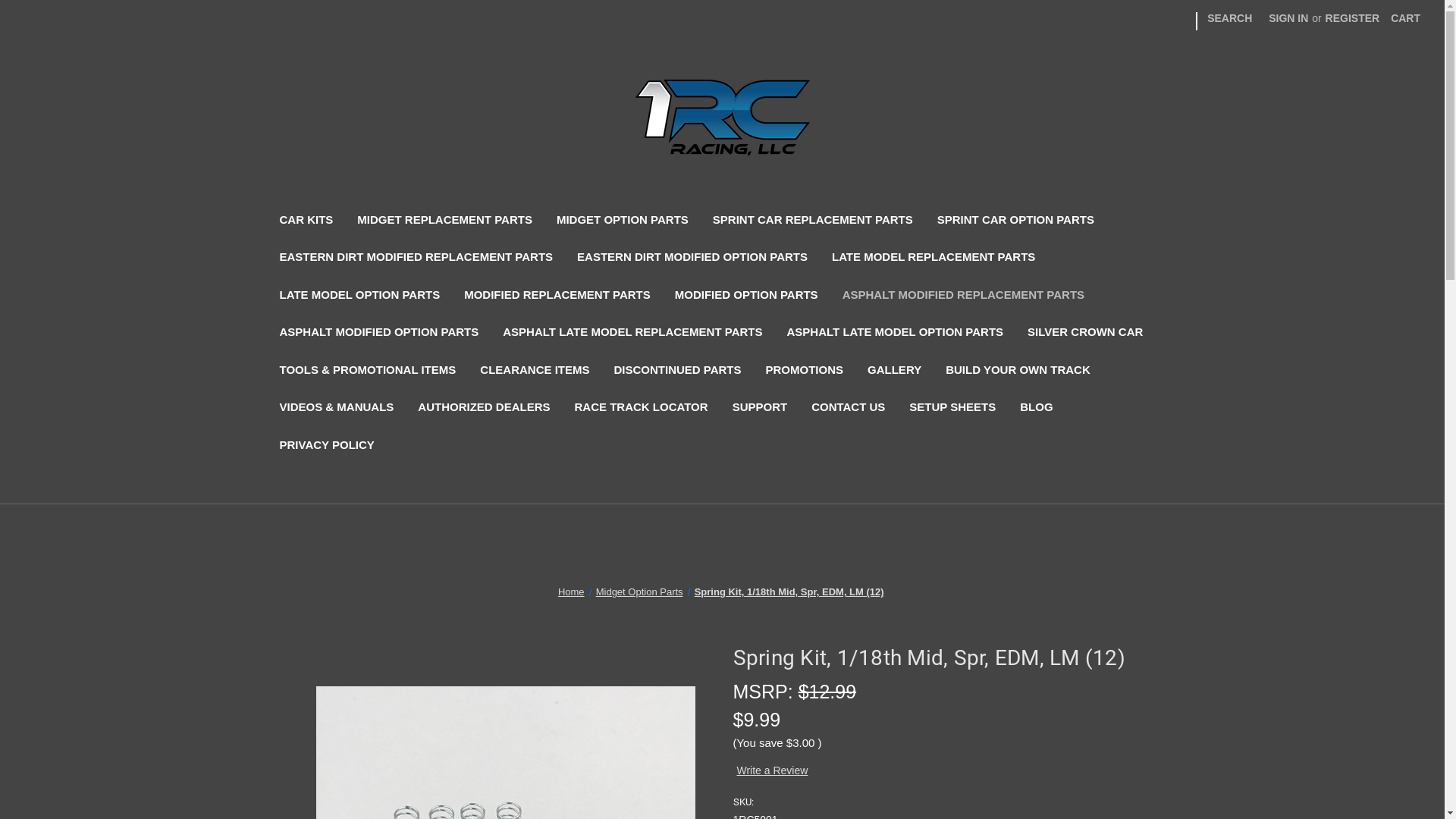 The width and height of the screenshot is (1456, 819). Describe the element at coordinates (556, 297) in the screenshot. I see `'MODIFIED REPLACEMENT PARTS'` at that location.